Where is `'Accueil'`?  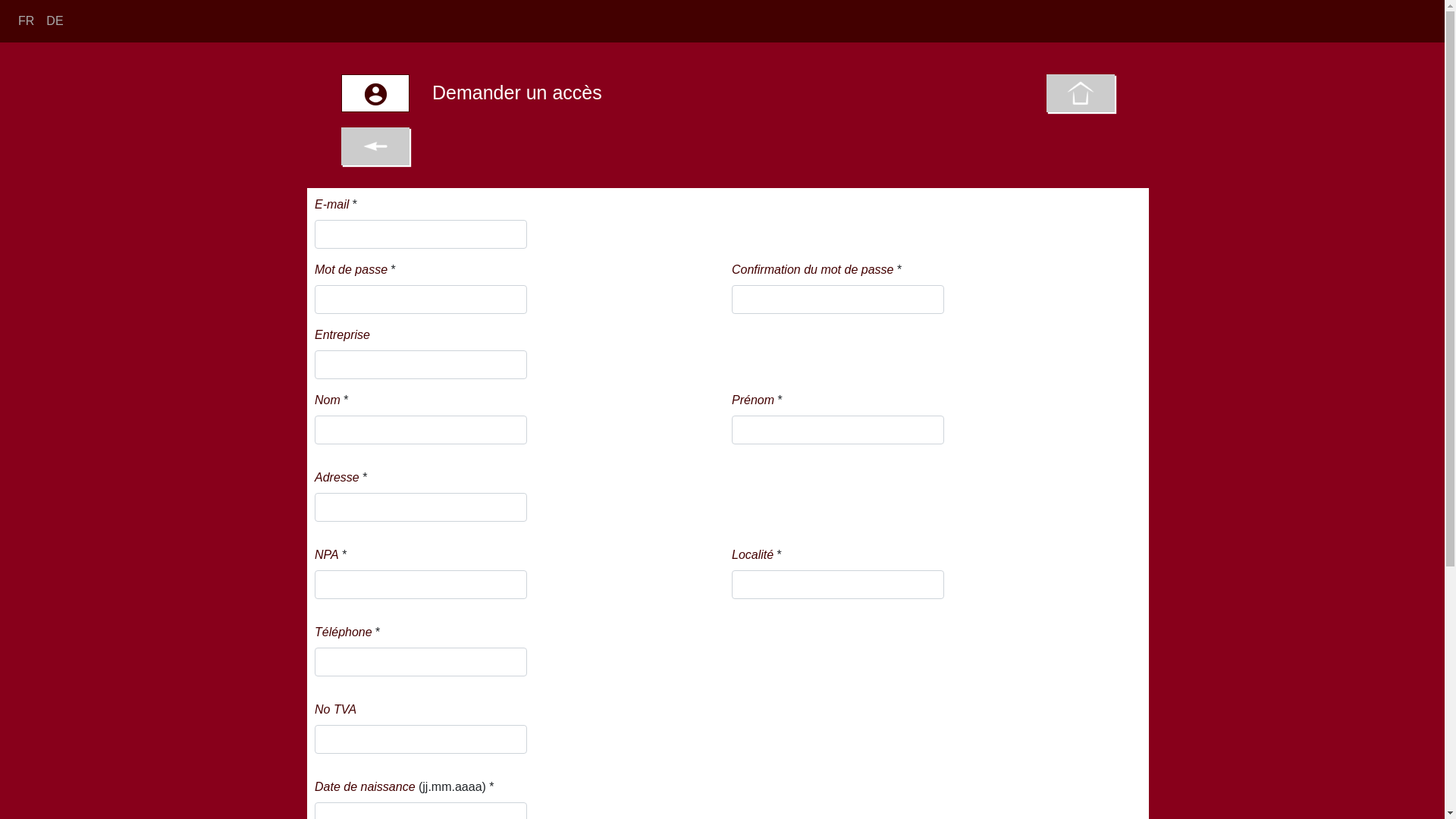
'Accueil' is located at coordinates (1080, 93).